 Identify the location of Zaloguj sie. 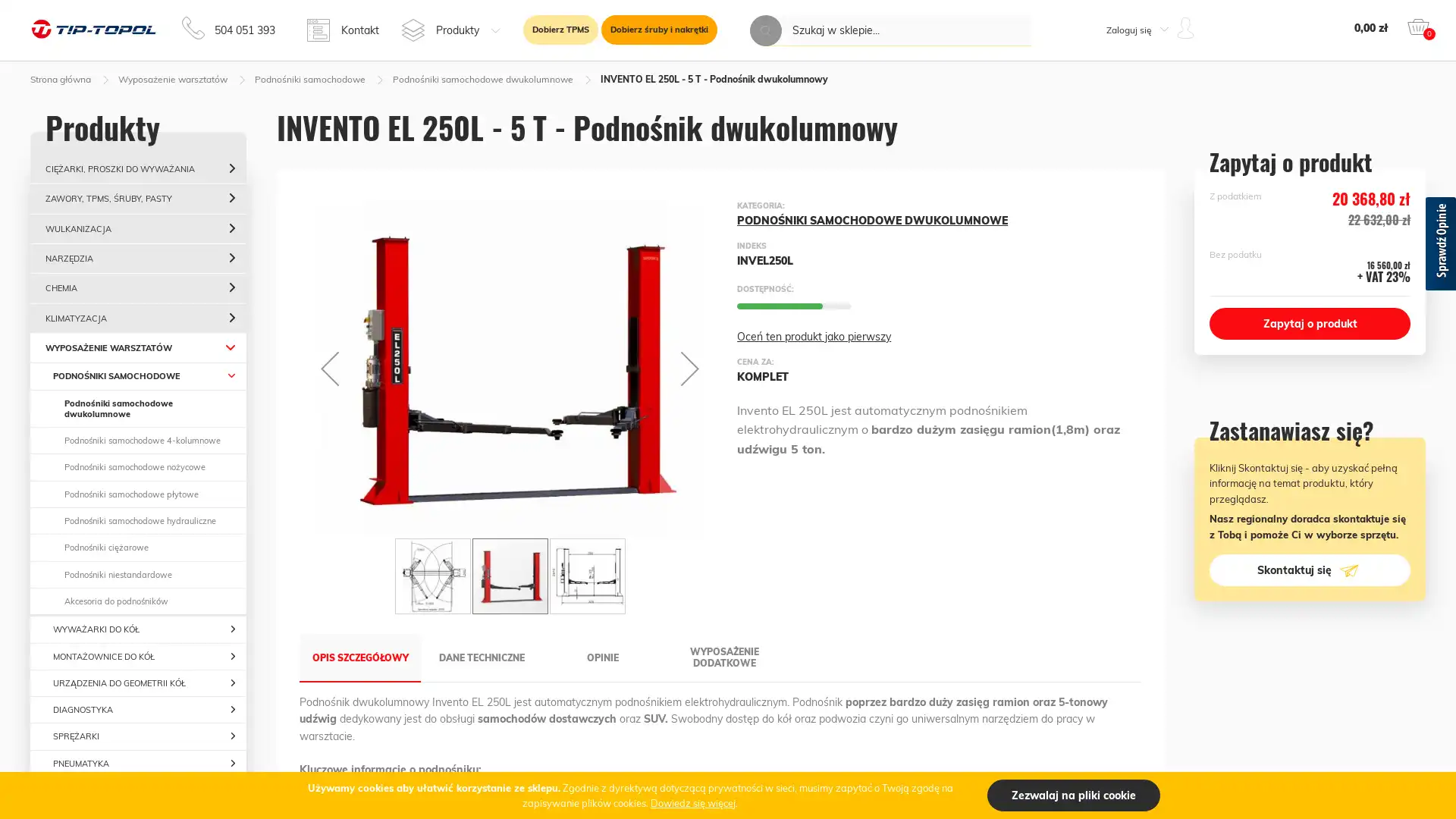
(1123, 194).